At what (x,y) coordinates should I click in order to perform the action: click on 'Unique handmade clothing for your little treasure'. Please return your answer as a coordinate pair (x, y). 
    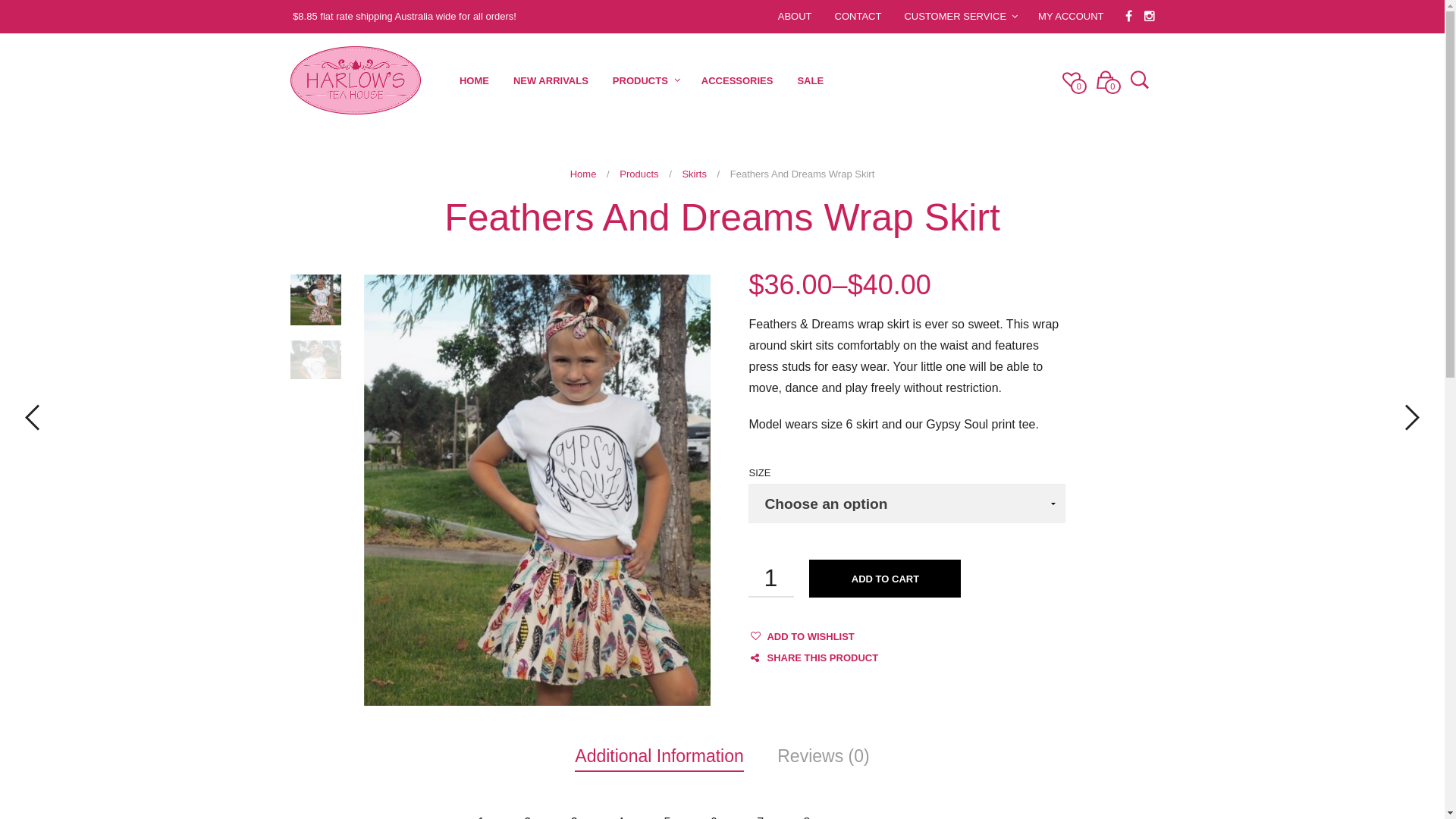
    Looking at the image, I should click on (290, 80).